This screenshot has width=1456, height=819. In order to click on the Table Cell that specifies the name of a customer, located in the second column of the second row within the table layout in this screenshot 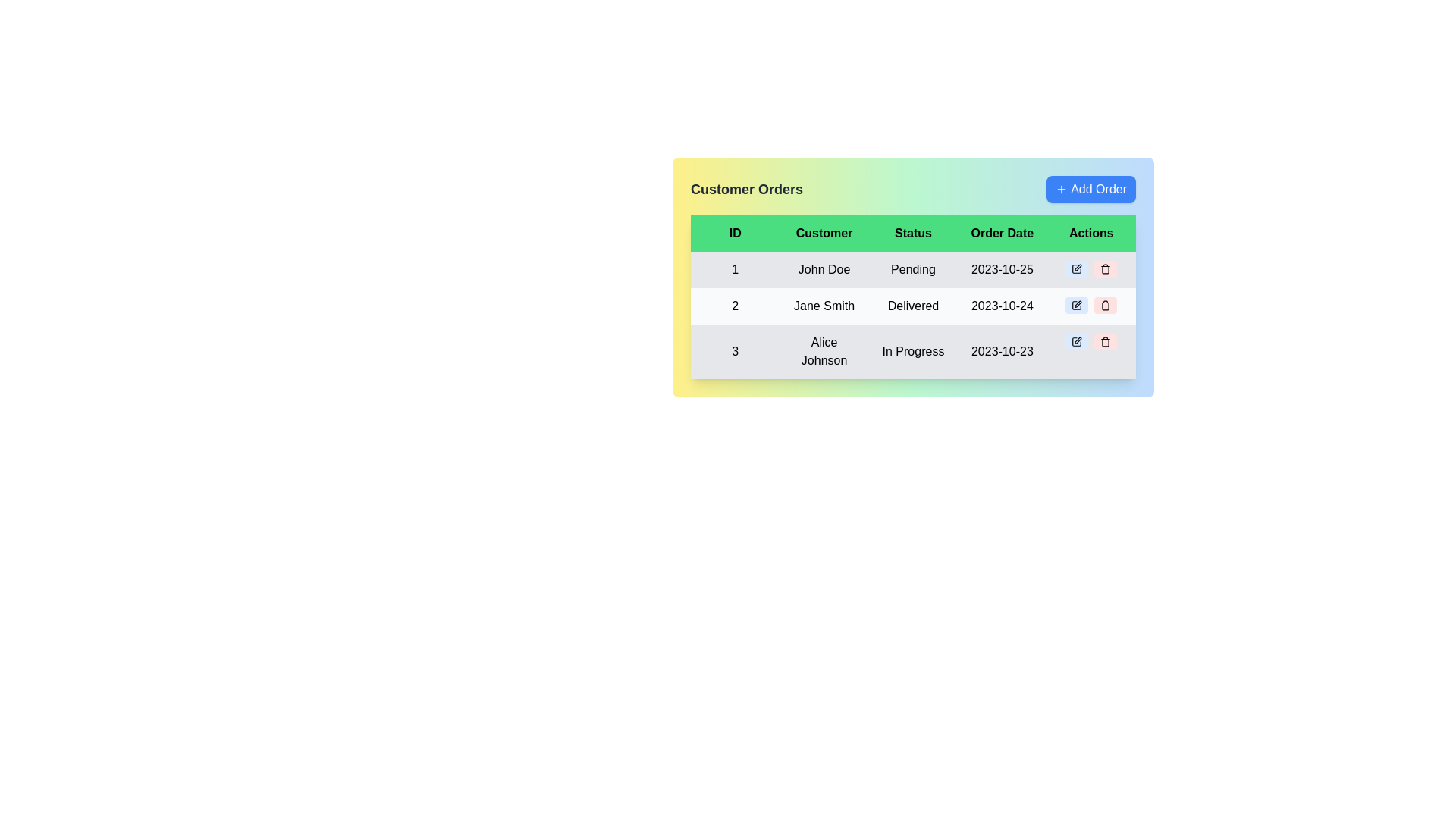, I will do `click(824, 306)`.